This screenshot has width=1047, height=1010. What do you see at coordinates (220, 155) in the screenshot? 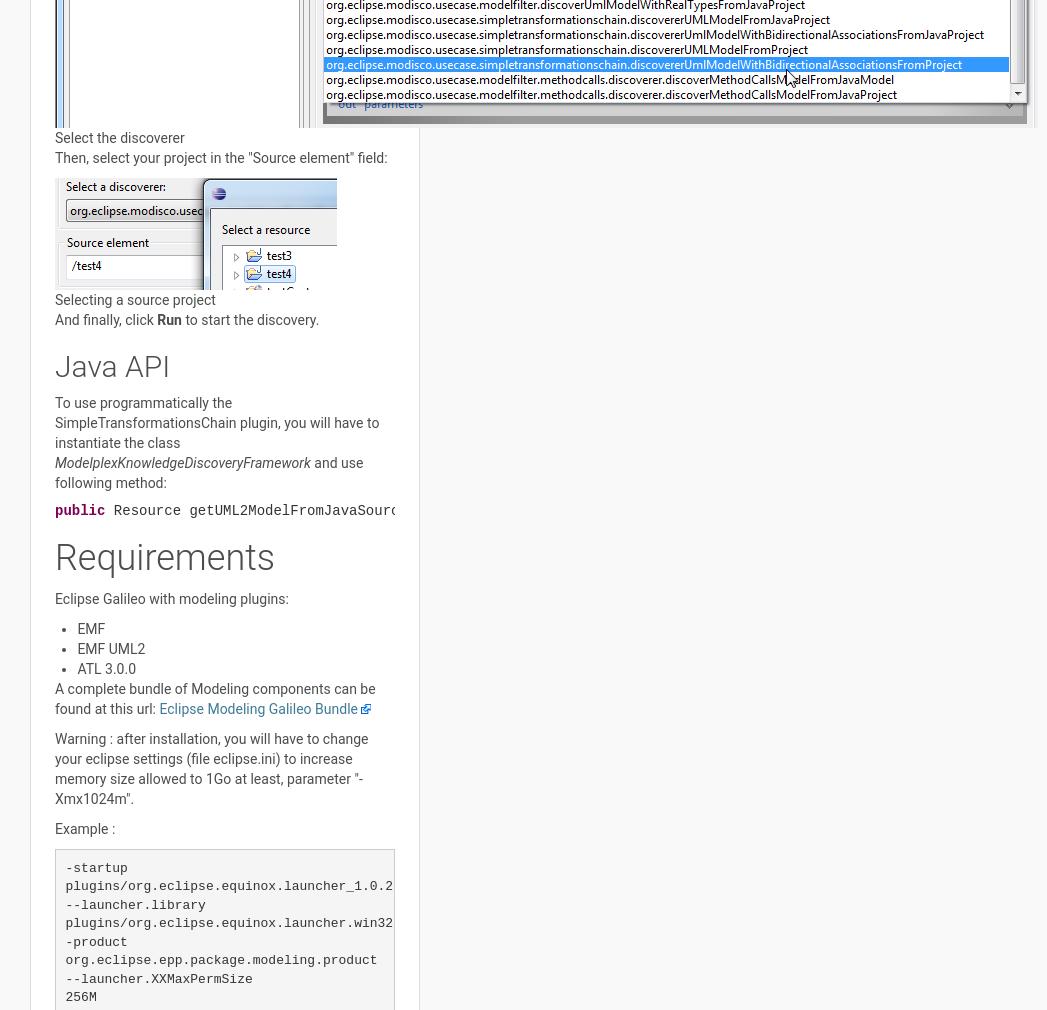
I see `'Then, select your project in the "Source element" field:'` at bounding box center [220, 155].